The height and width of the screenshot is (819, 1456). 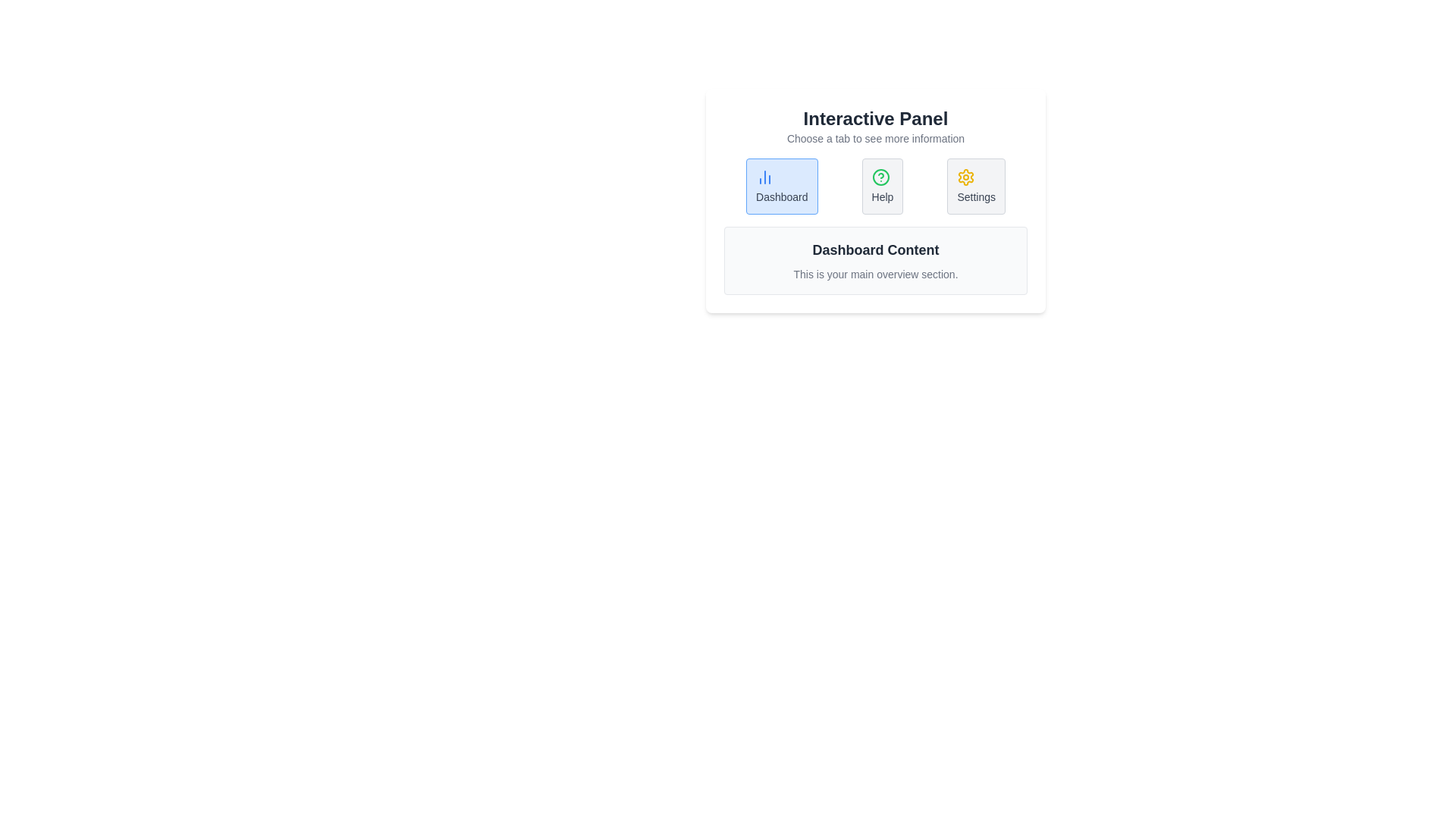 I want to click on the static text element that serves as the heading for the 'Dashboard Content' area, located below the 'Interactive Panel' heading, so click(x=876, y=249).